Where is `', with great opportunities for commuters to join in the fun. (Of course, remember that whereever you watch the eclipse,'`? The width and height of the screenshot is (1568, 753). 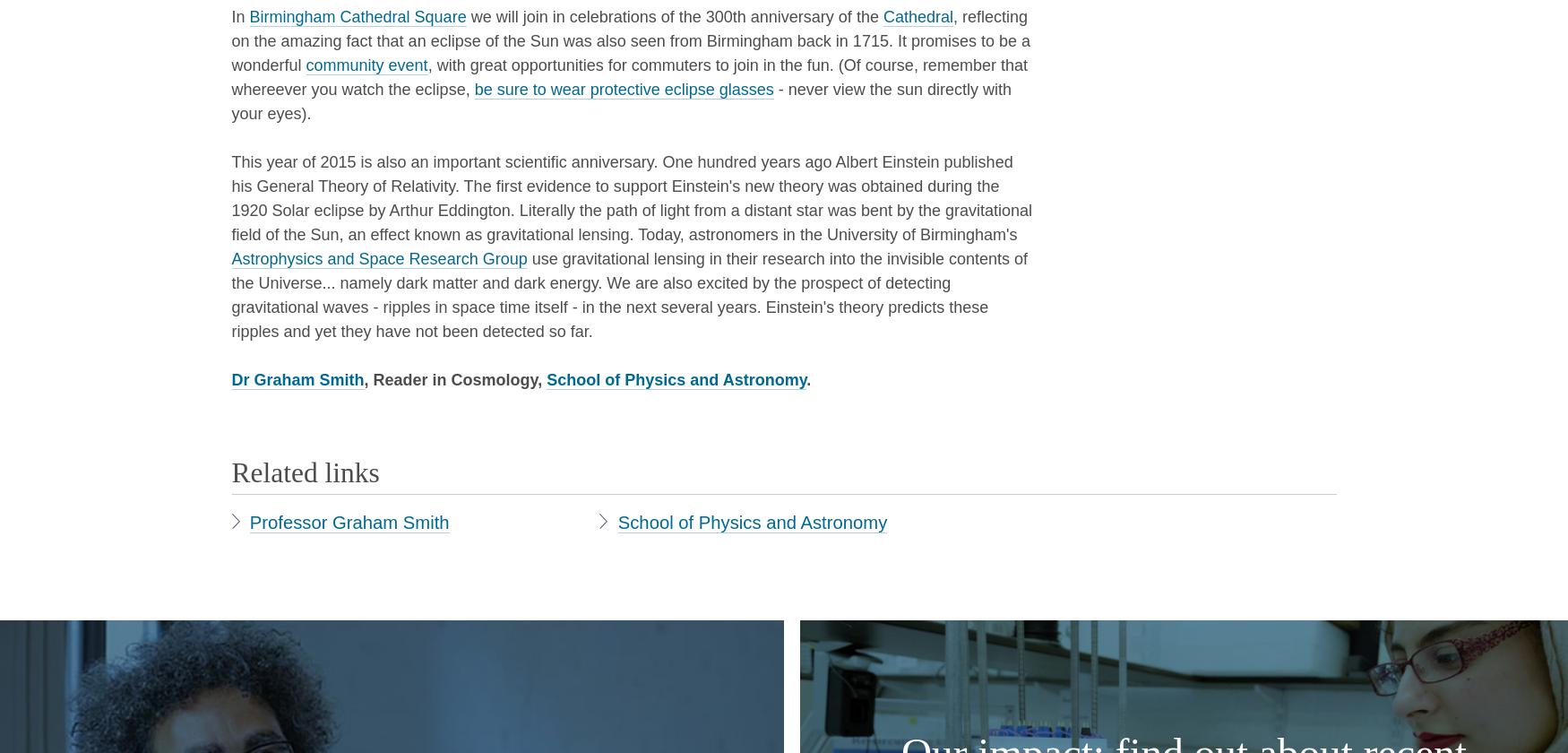 ', with great opportunities for commuters to join in the fun. (Of course, remember that whereever you watch the eclipse,' is located at coordinates (628, 76).